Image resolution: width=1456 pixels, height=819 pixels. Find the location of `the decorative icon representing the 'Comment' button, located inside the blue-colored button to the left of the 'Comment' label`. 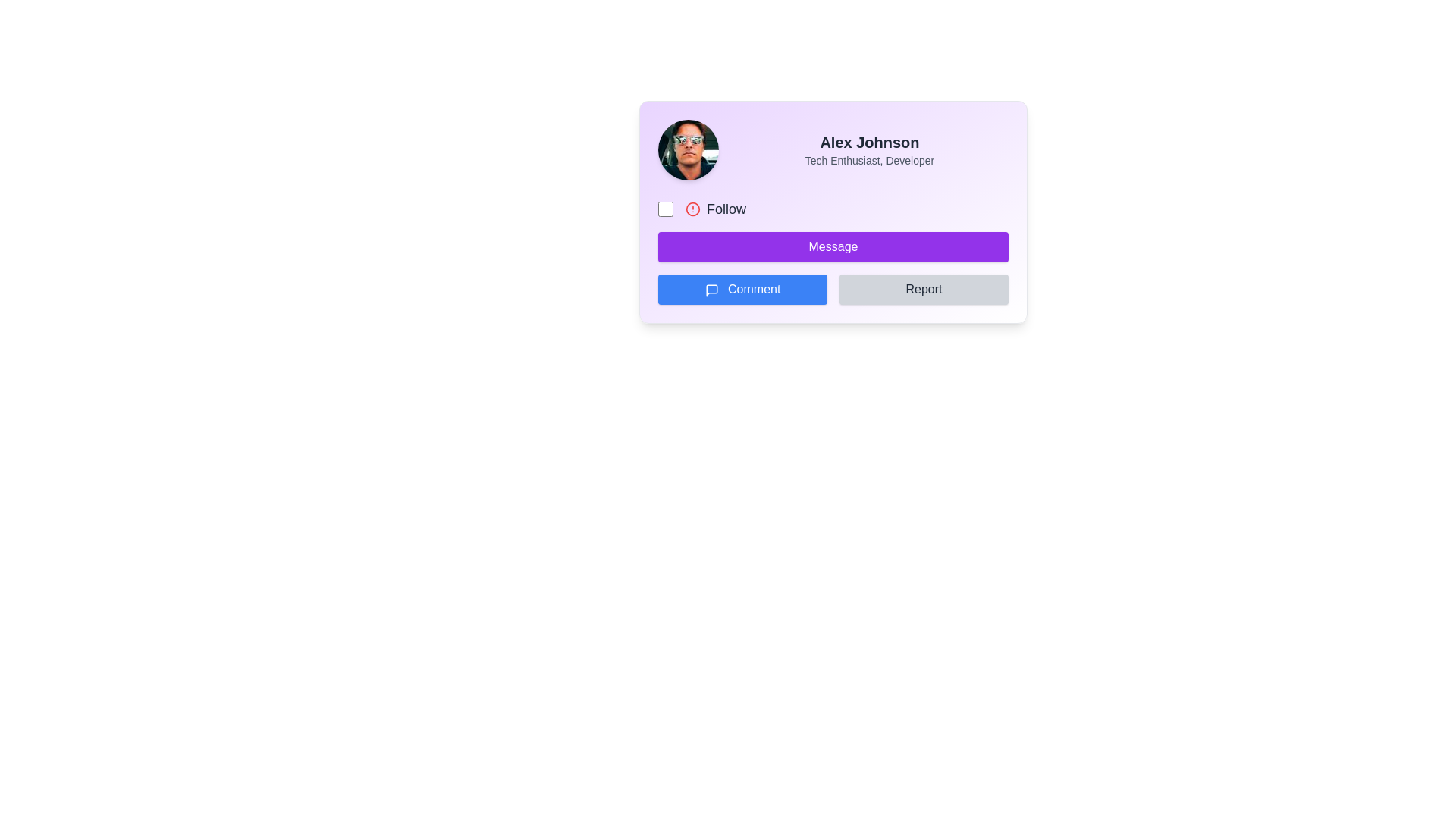

the decorative icon representing the 'Comment' button, located inside the blue-colored button to the left of the 'Comment' label is located at coordinates (711, 290).